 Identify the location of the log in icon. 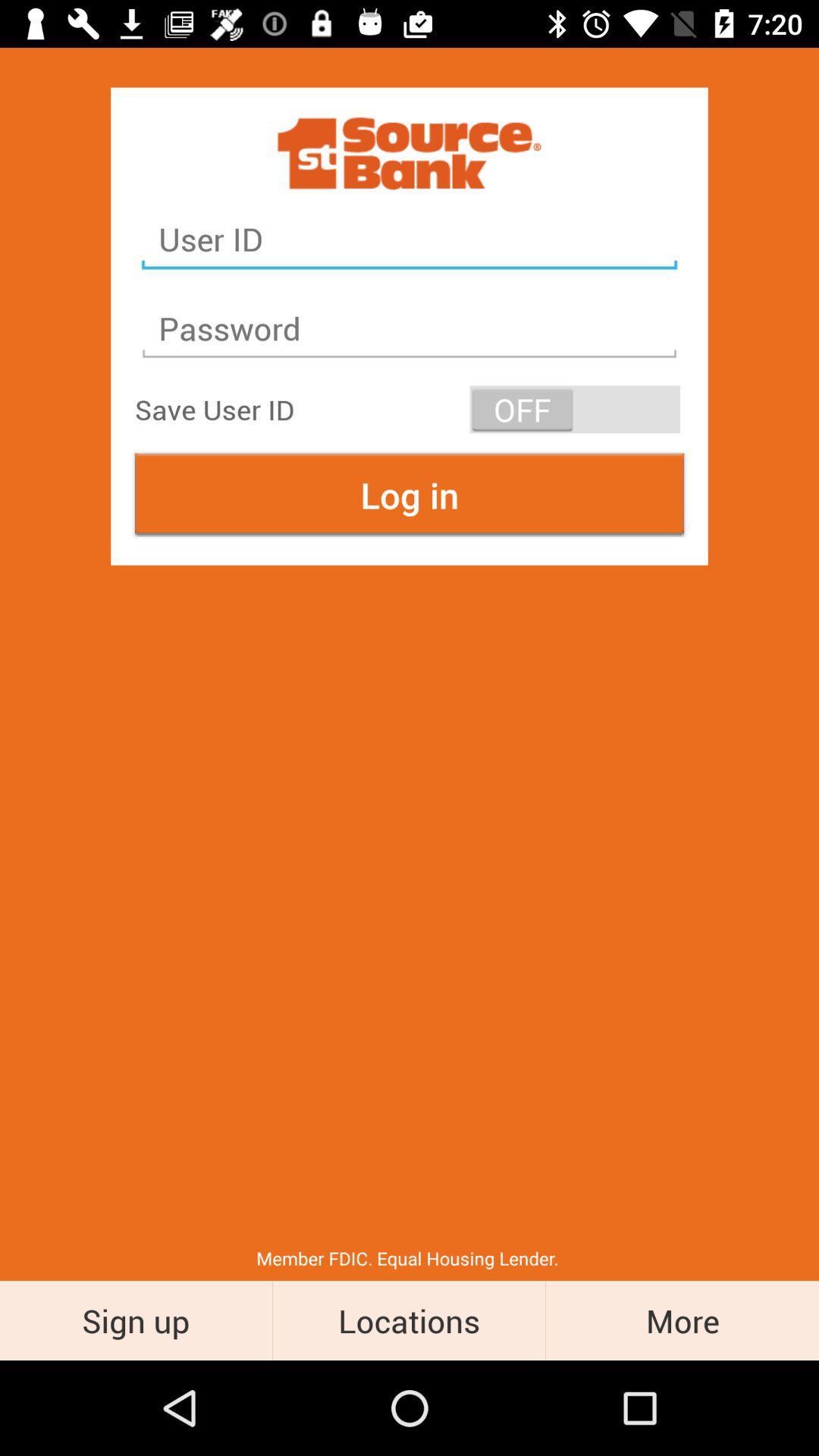
(409, 494).